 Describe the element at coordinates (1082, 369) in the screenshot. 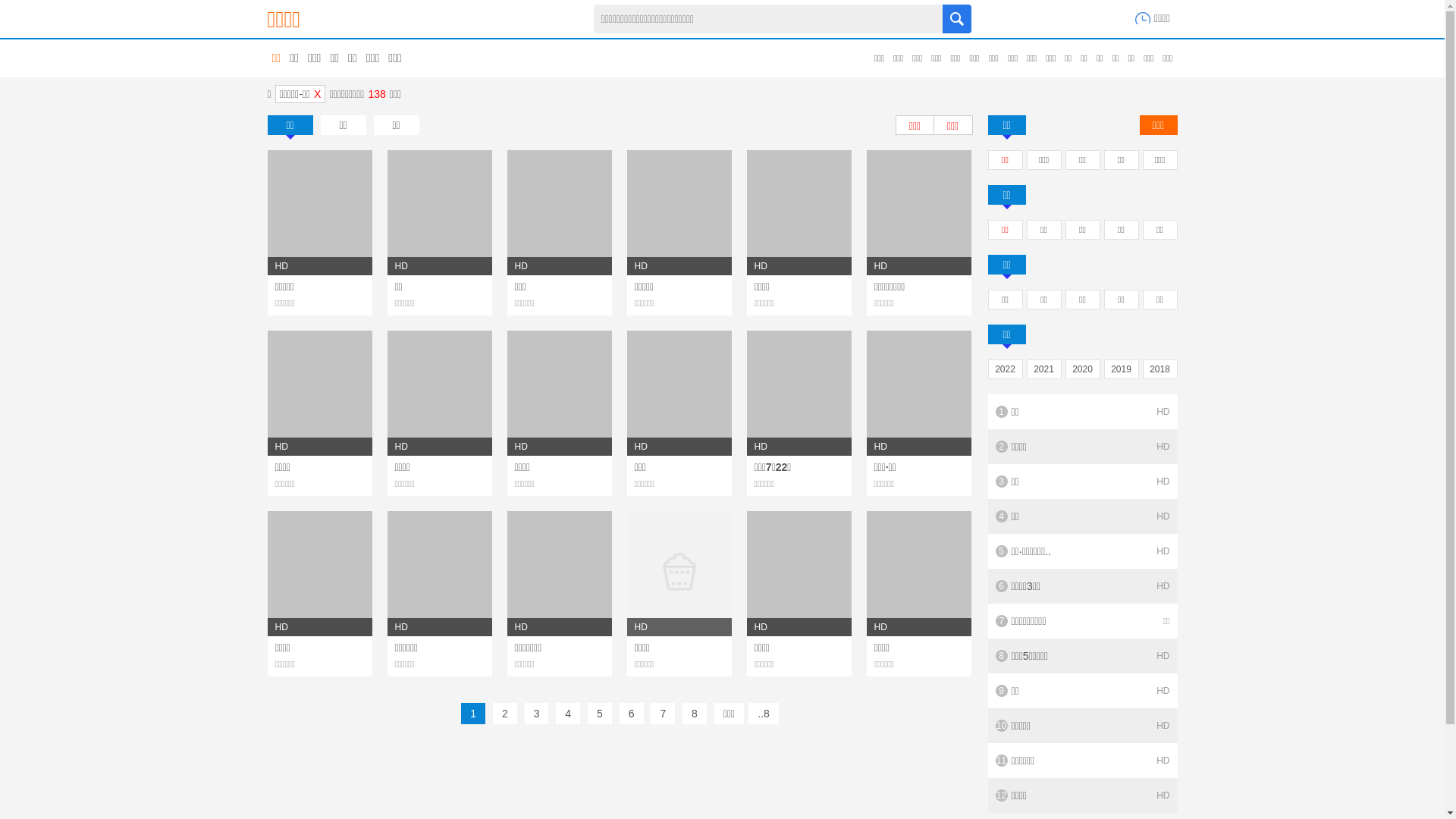

I see `'2020'` at that location.